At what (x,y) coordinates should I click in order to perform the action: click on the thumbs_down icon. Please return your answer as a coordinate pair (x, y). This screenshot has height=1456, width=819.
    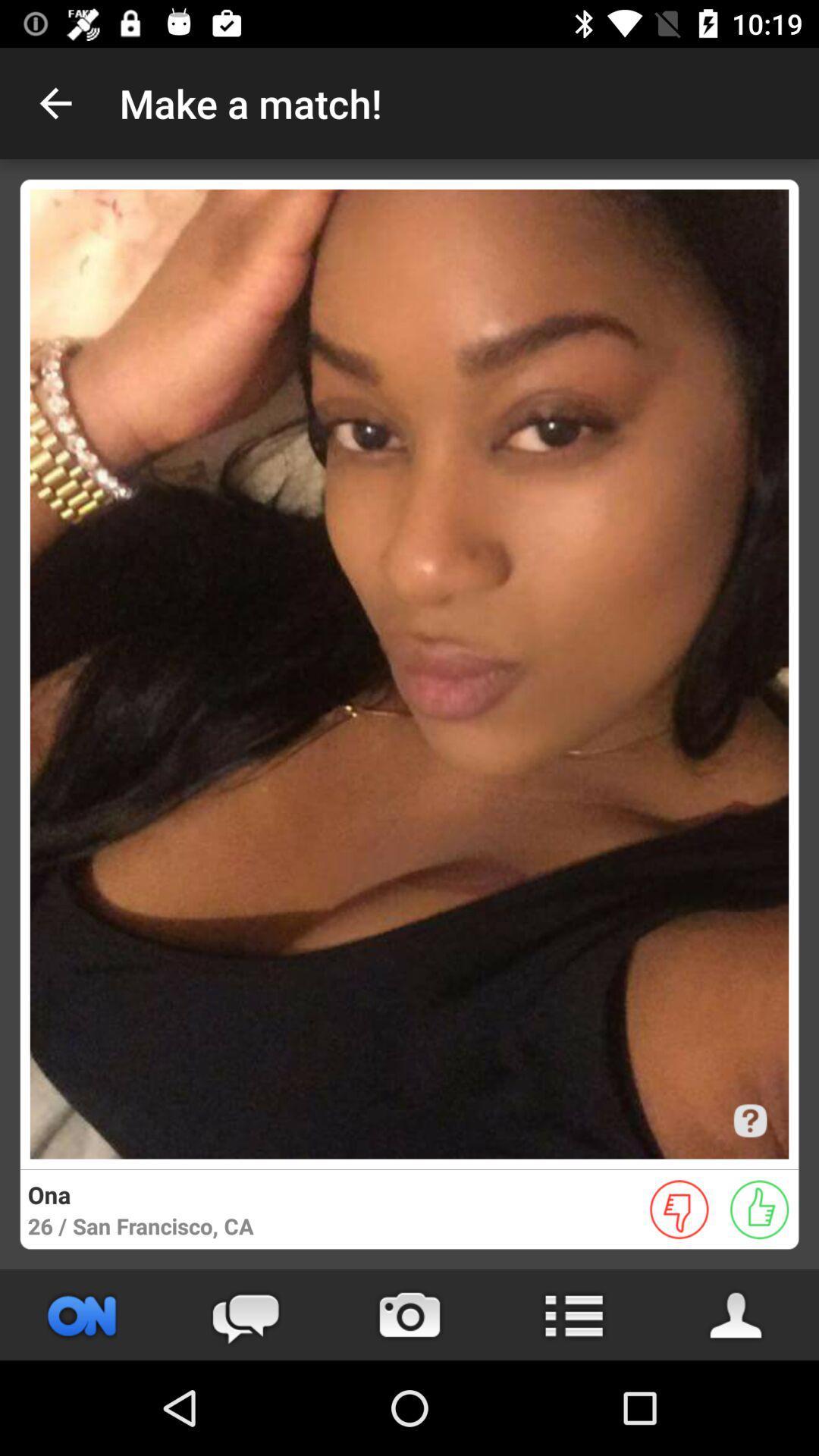
    Looking at the image, I should click on (679, 1209).